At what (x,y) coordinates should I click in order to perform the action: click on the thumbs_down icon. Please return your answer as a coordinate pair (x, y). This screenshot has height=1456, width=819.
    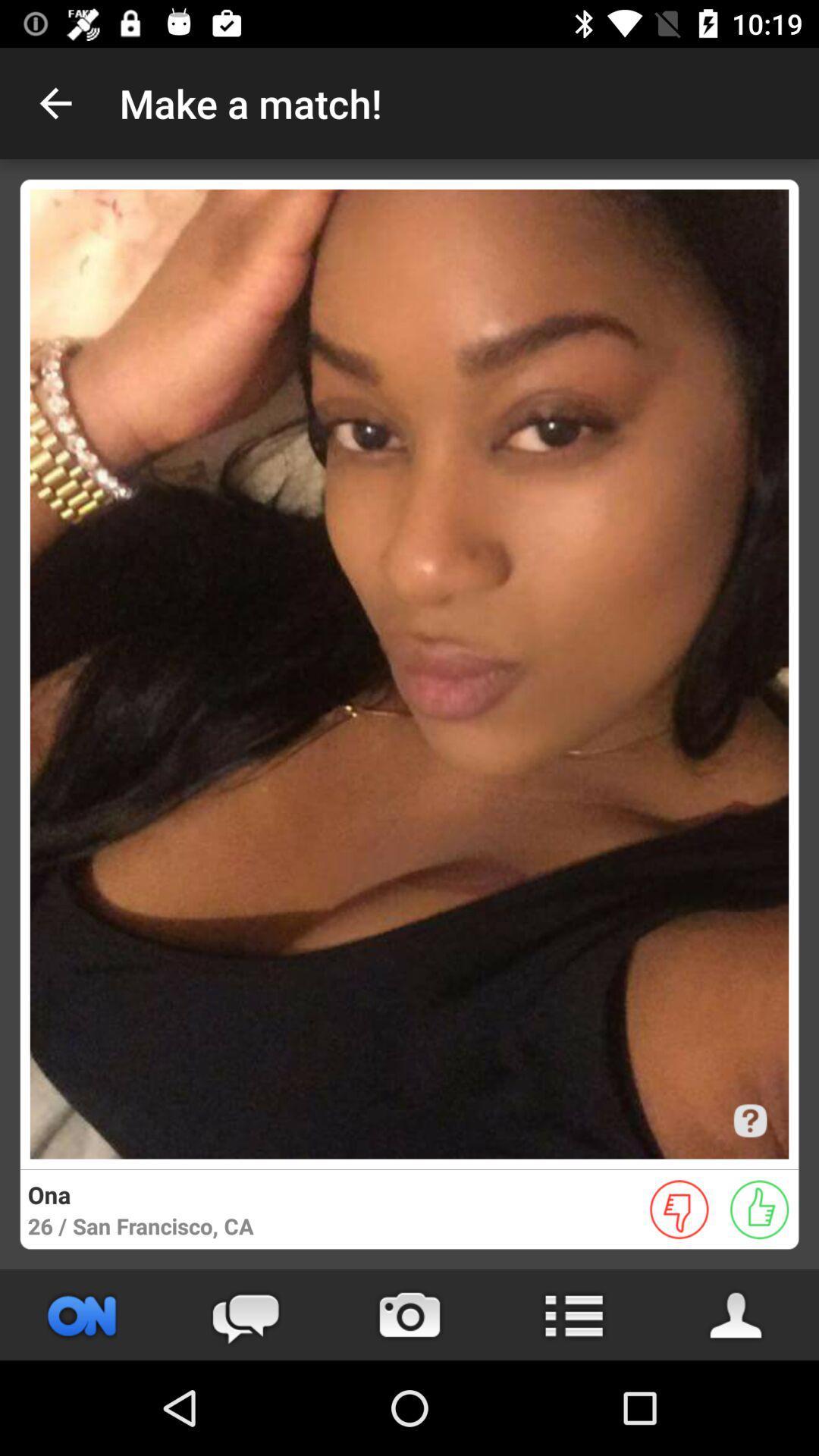
    Looking at the image, I should click on (679, 1209).